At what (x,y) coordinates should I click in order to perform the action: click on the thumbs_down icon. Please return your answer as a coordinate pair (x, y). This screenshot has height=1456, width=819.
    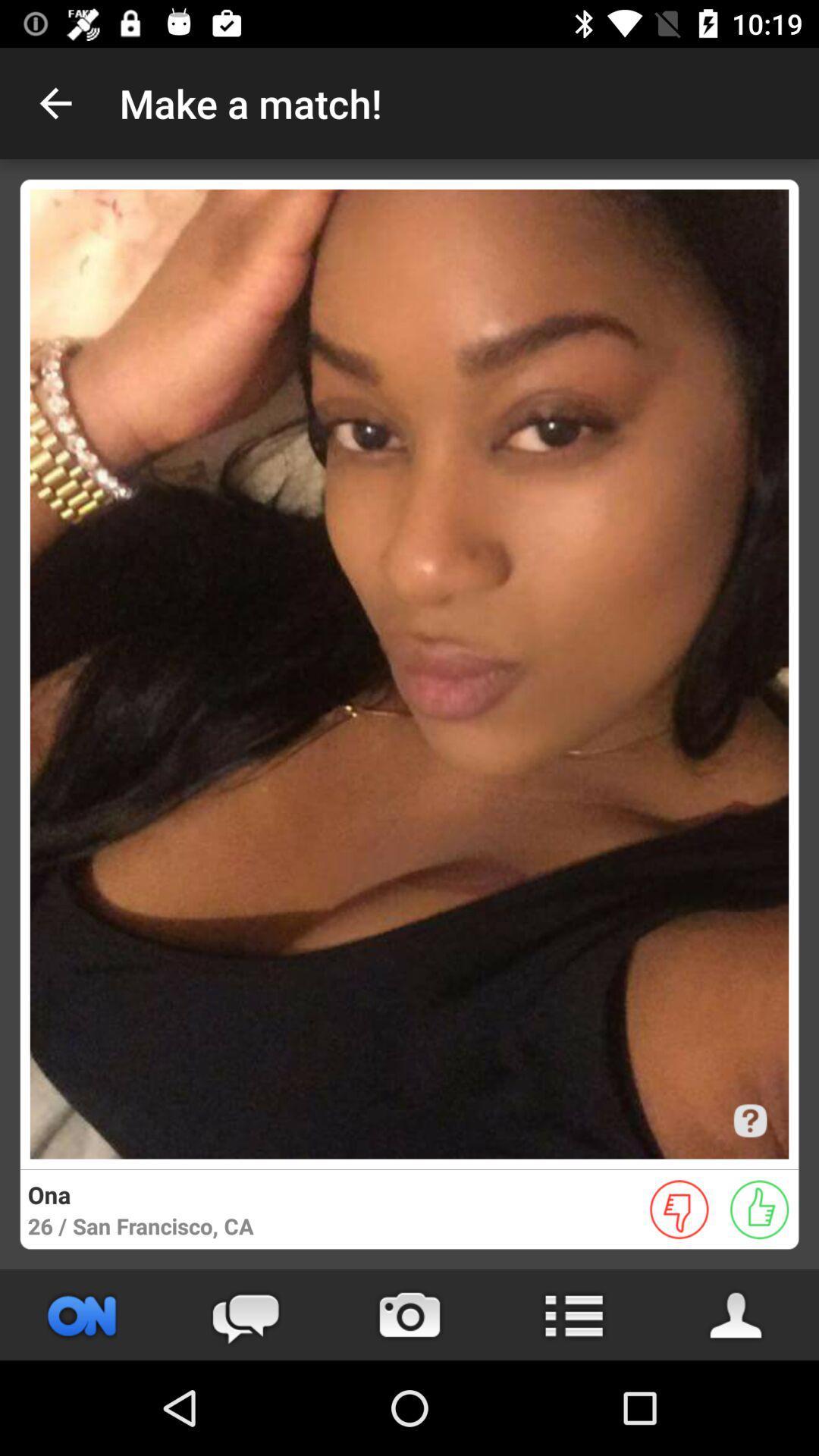
    Looking at the image, I should click on (679, 1209).